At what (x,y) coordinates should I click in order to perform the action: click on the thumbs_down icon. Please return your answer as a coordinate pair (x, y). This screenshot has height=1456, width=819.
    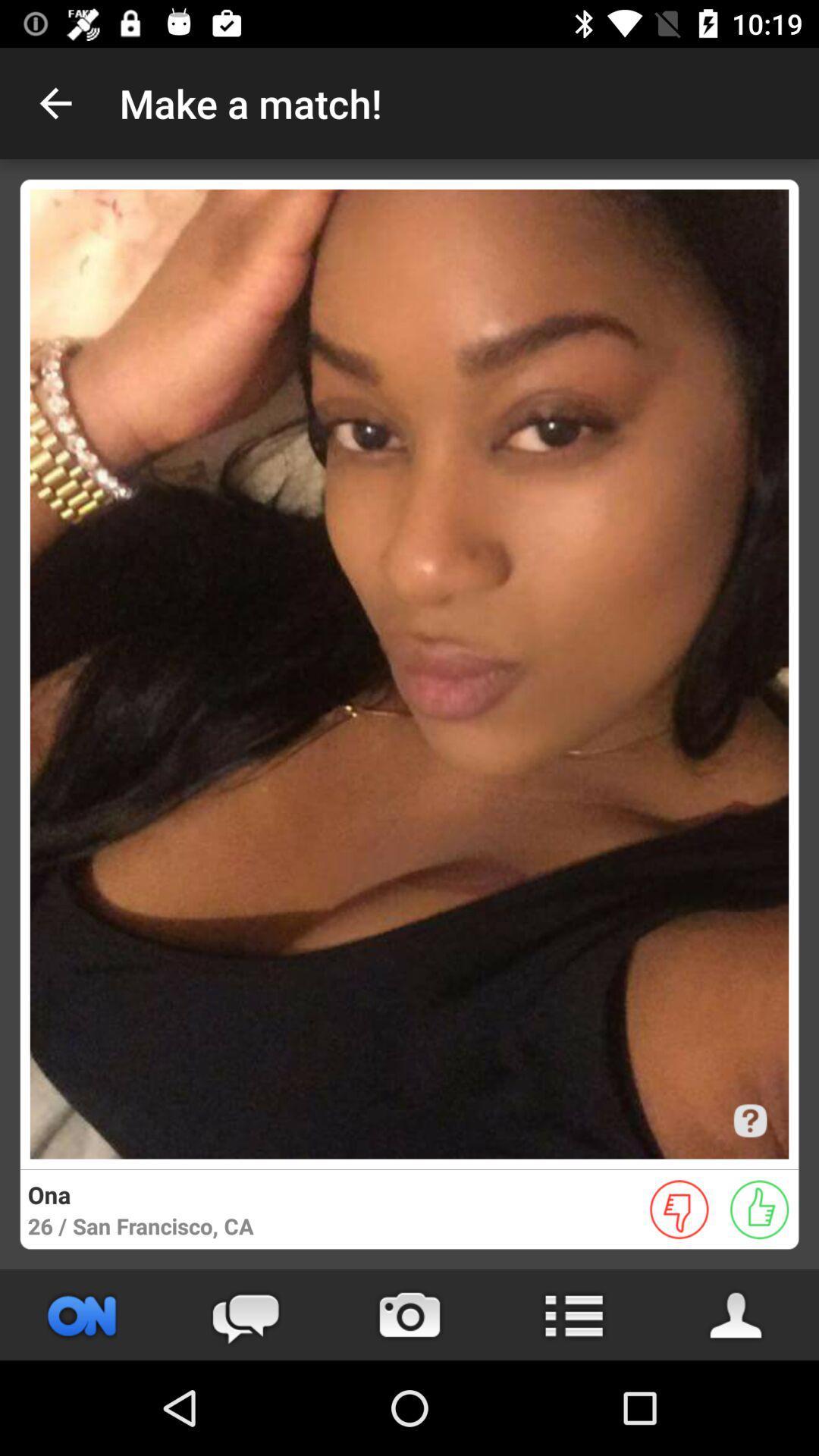
    Looking at the image, I should click on (679, 1209).